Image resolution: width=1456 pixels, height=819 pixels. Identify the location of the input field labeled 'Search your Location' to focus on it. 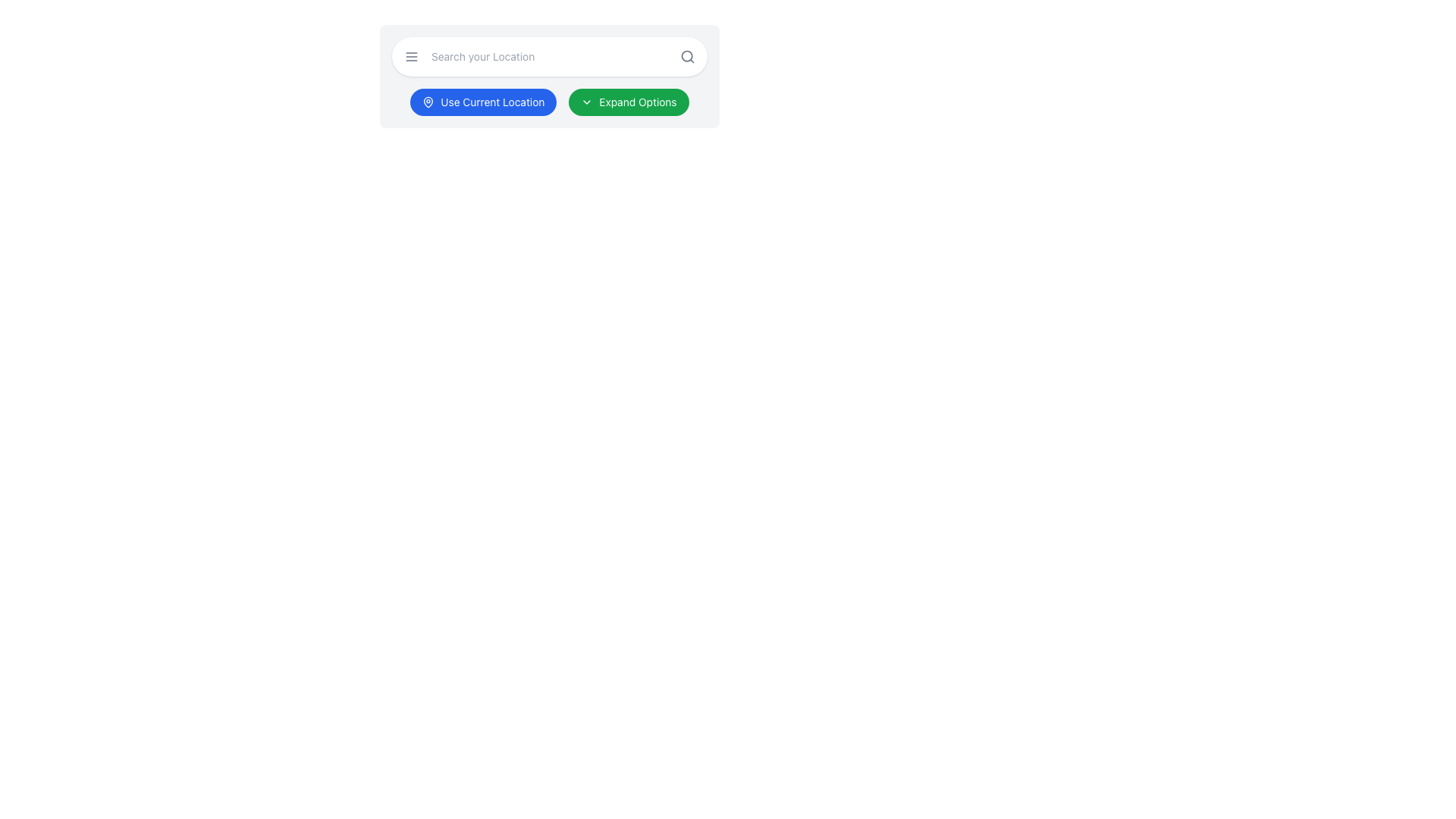
(548, 55).